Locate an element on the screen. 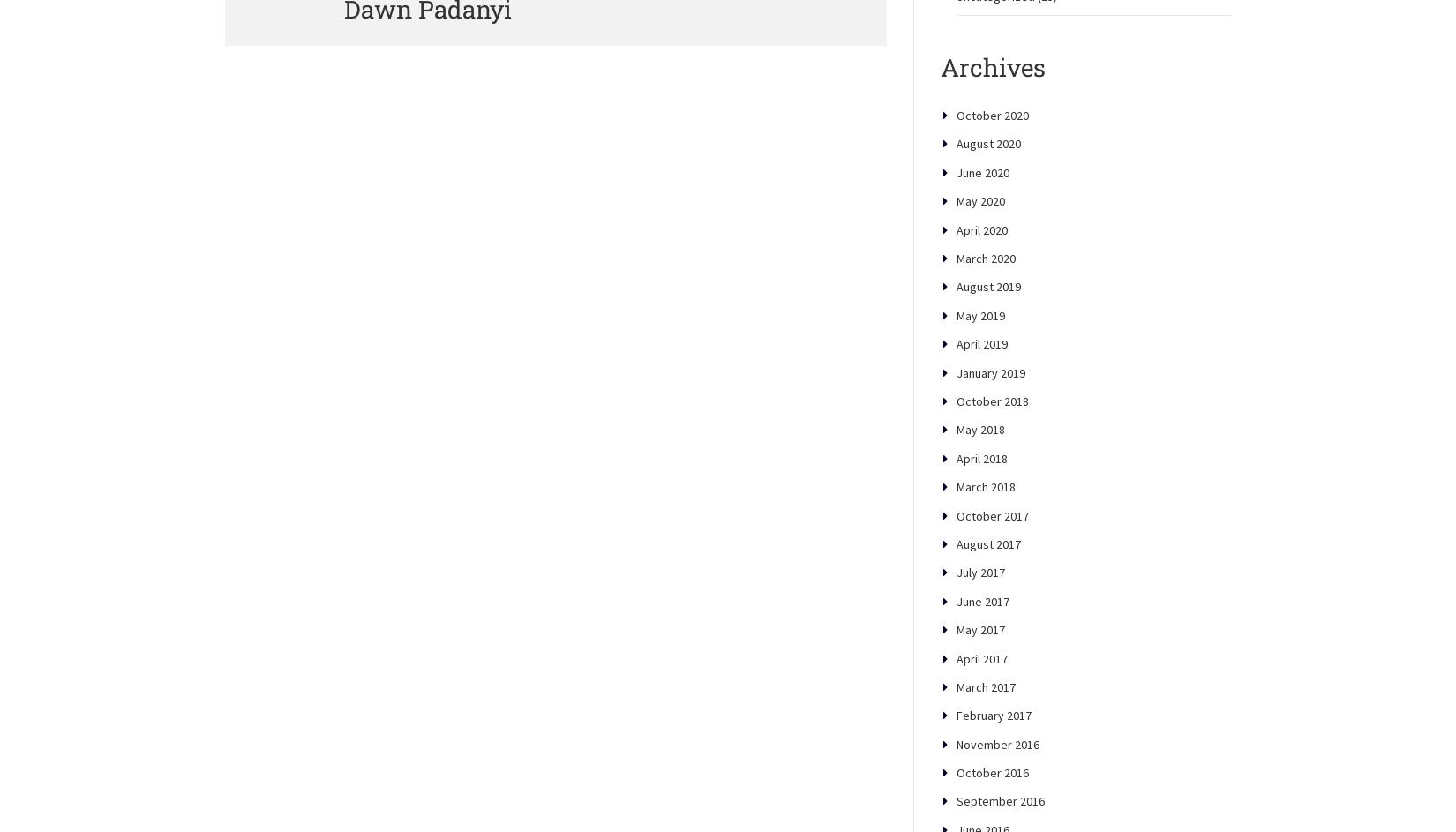 This screenshot has height=832, width=1456. 'February 2017' is located at coordinates (994, 776).